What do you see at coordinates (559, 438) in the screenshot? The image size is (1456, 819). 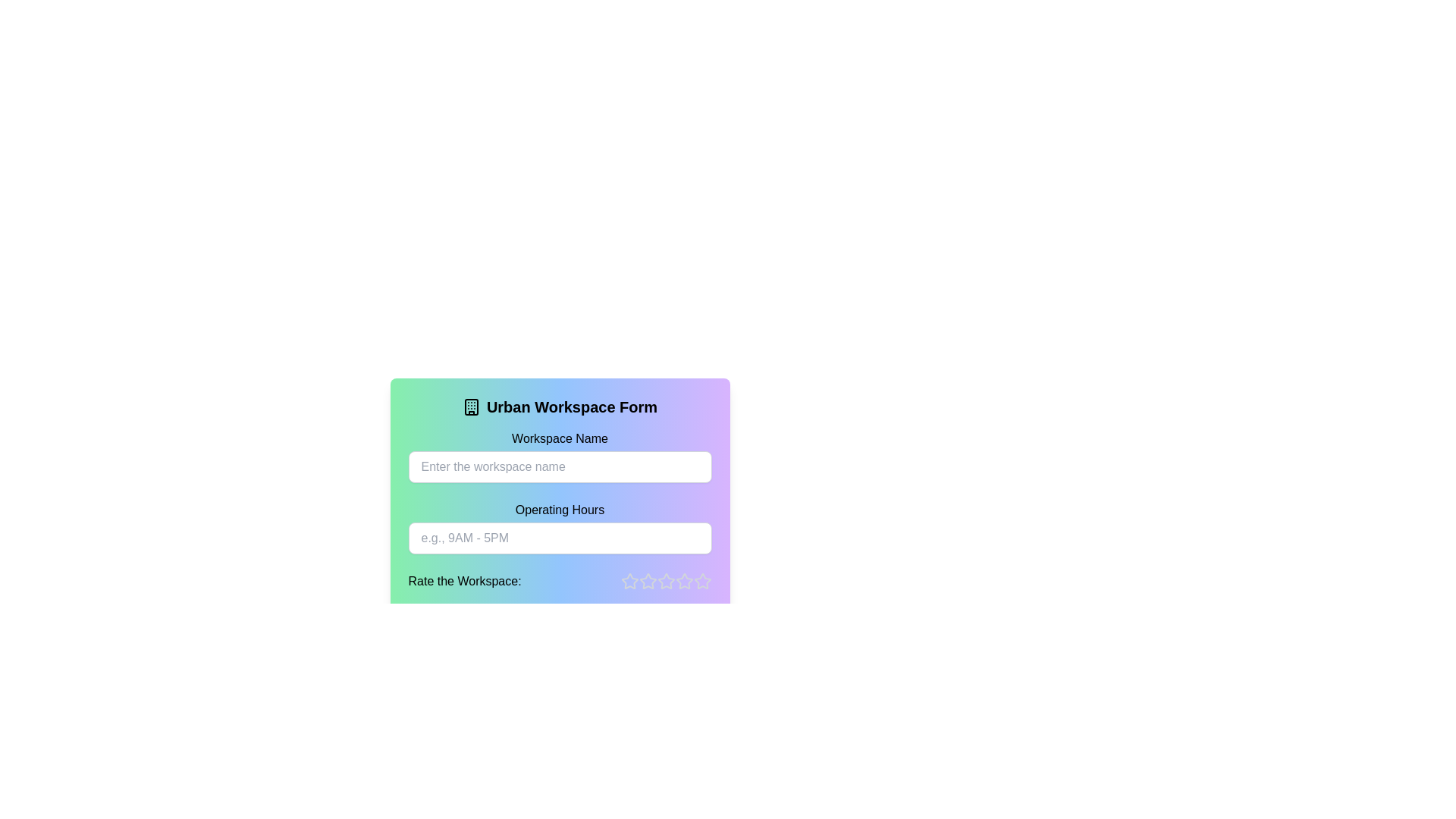 I see `the label that describes the adjacent input field for entering the name of a workspace, located under the title 'Urban Workspace Form'` at bounding box center [559, 438].